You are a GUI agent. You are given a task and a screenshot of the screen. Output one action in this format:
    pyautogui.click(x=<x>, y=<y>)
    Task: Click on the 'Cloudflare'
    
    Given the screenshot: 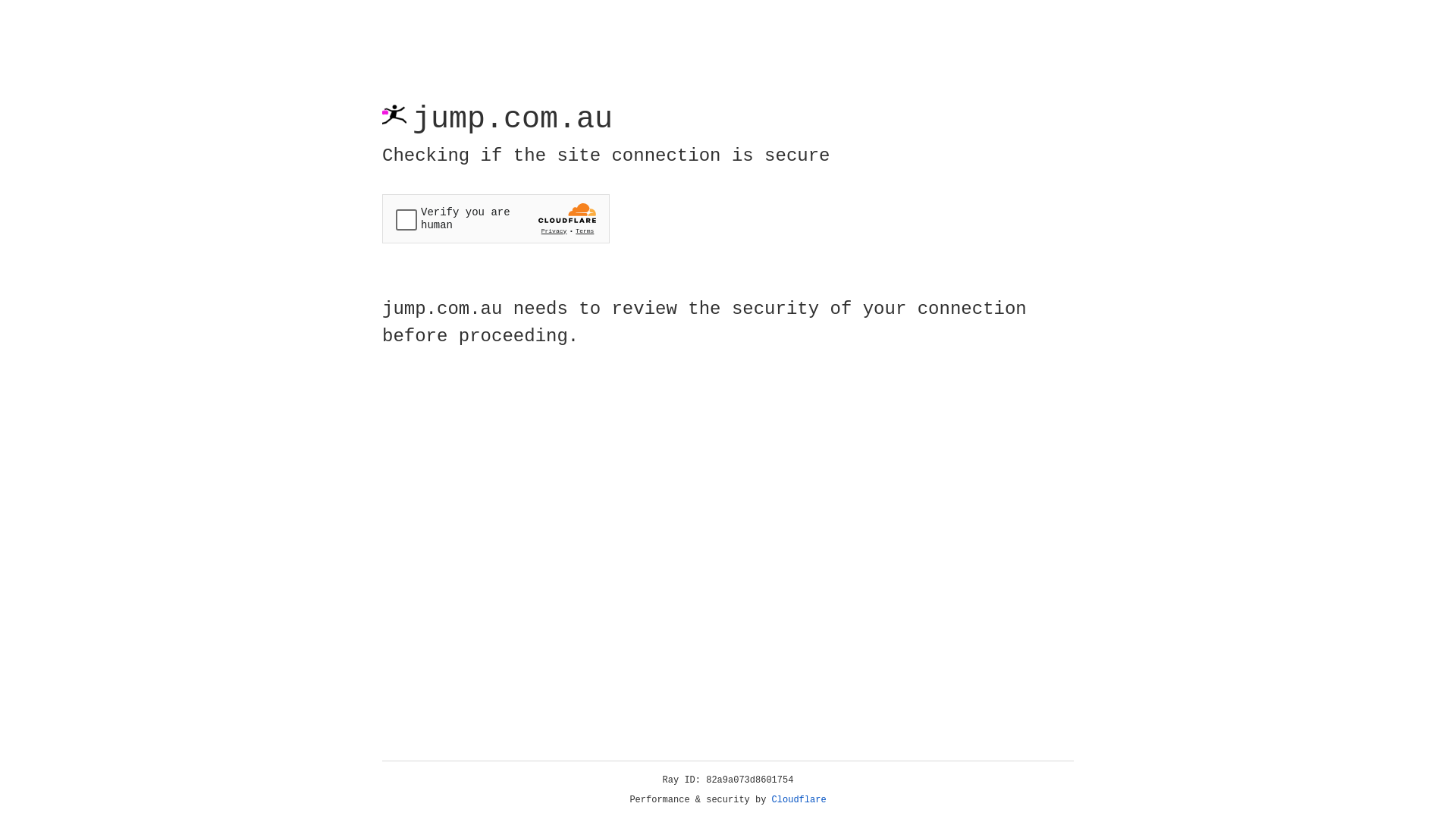 What is the action you would take?
    pyautogui.click(x=799, y=799)
    